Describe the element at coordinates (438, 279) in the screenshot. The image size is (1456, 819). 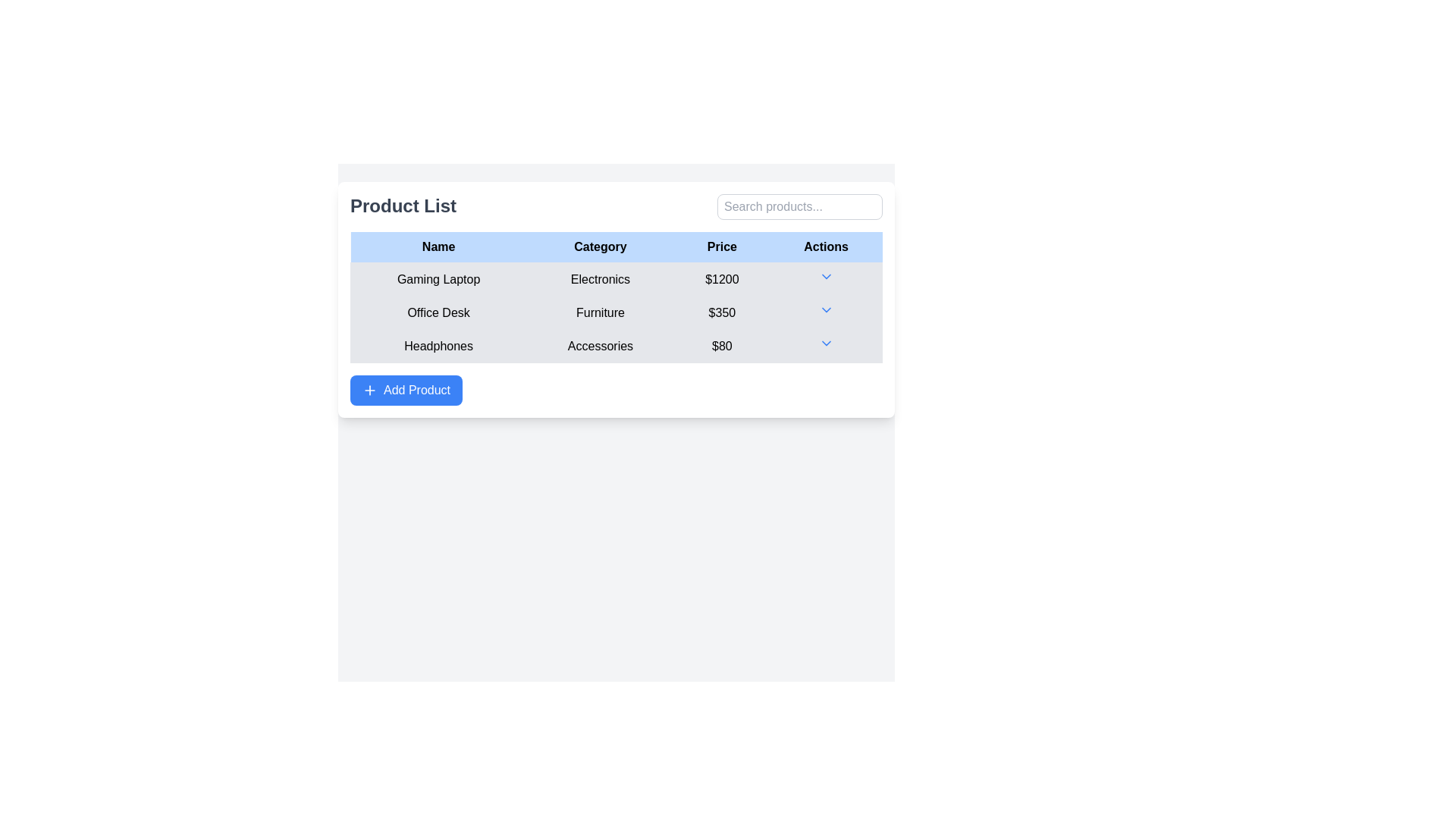
I see `the Text label that denotes the product name for the Gaming Laptop in the first row of the product listing table under the 'Name' column` at that location.